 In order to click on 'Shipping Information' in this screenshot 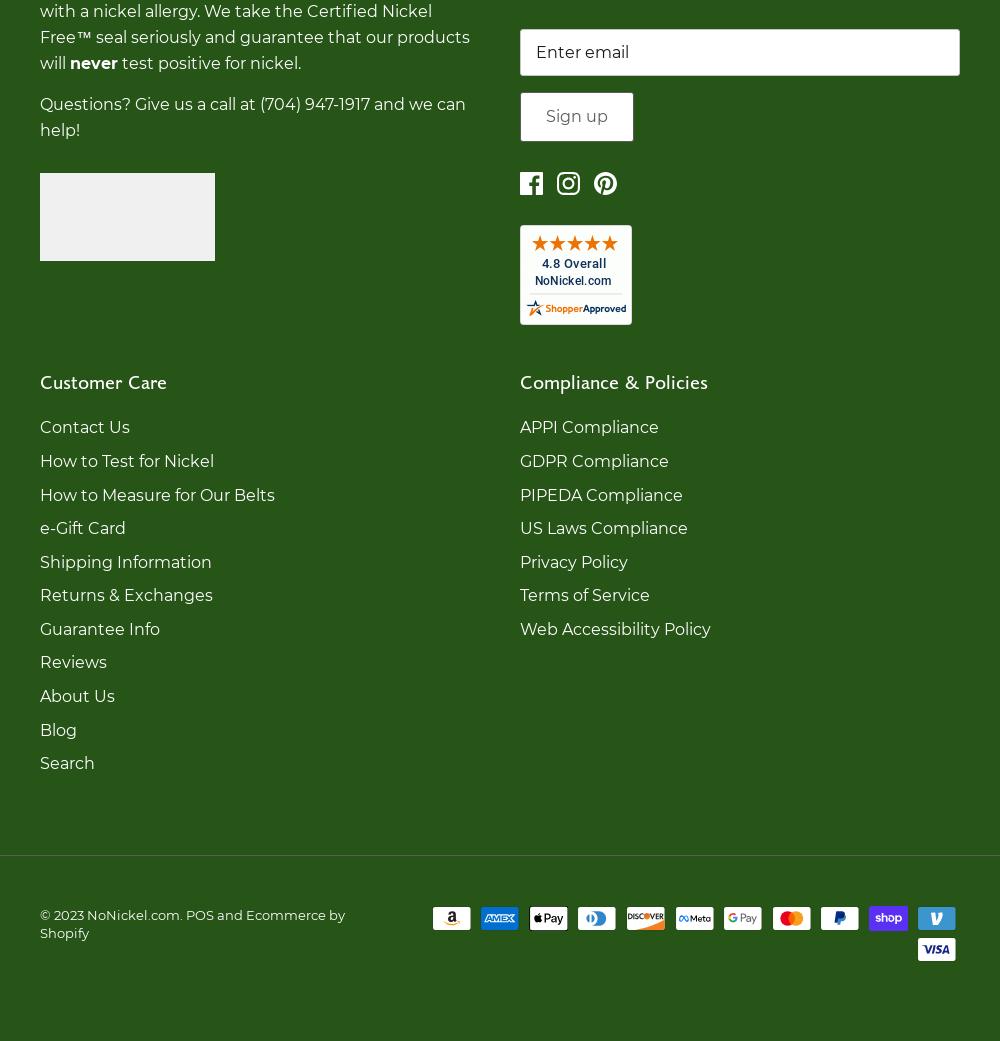, I will do `click(126, 561)`.